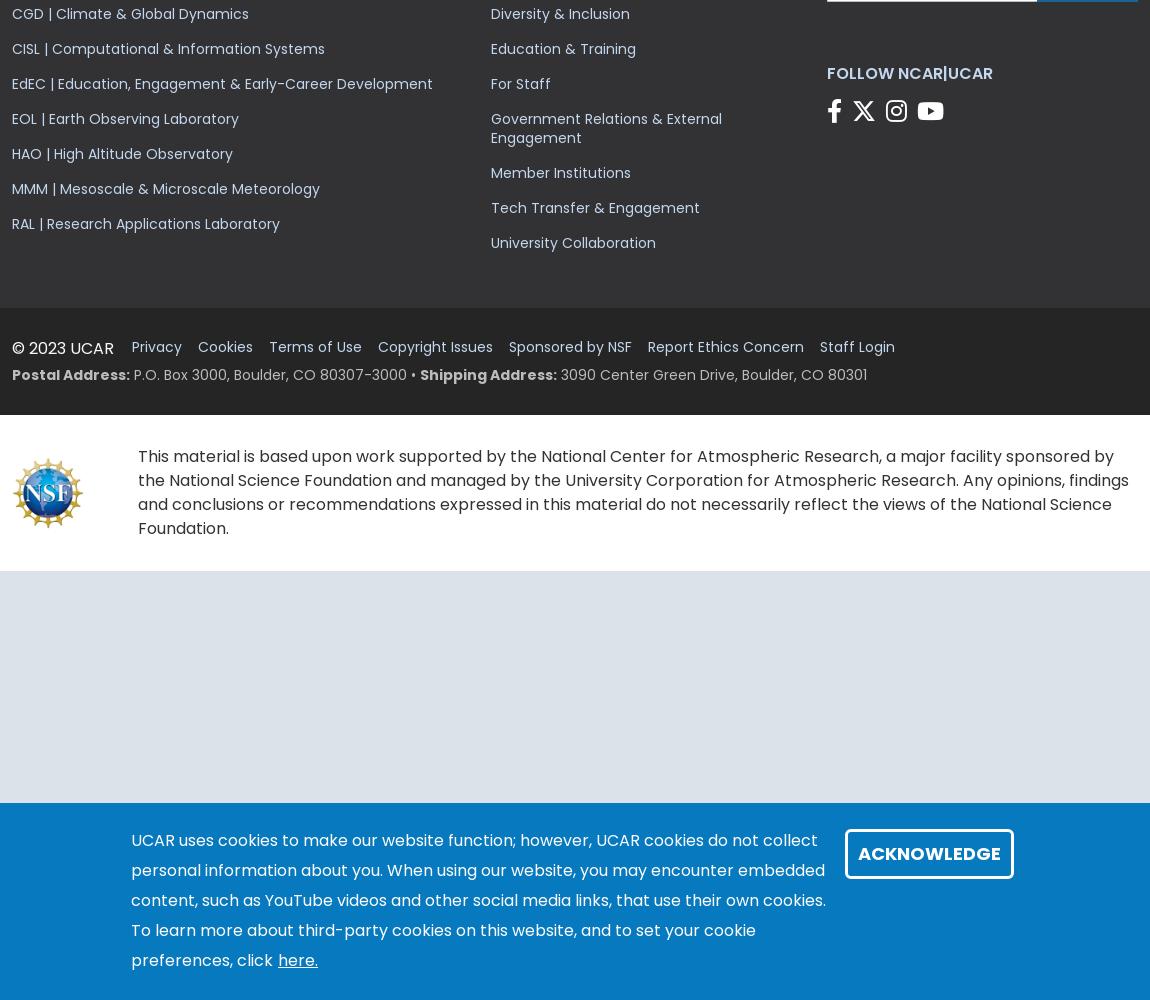  I want to click on 'Acknowledge', so click(929, 852).